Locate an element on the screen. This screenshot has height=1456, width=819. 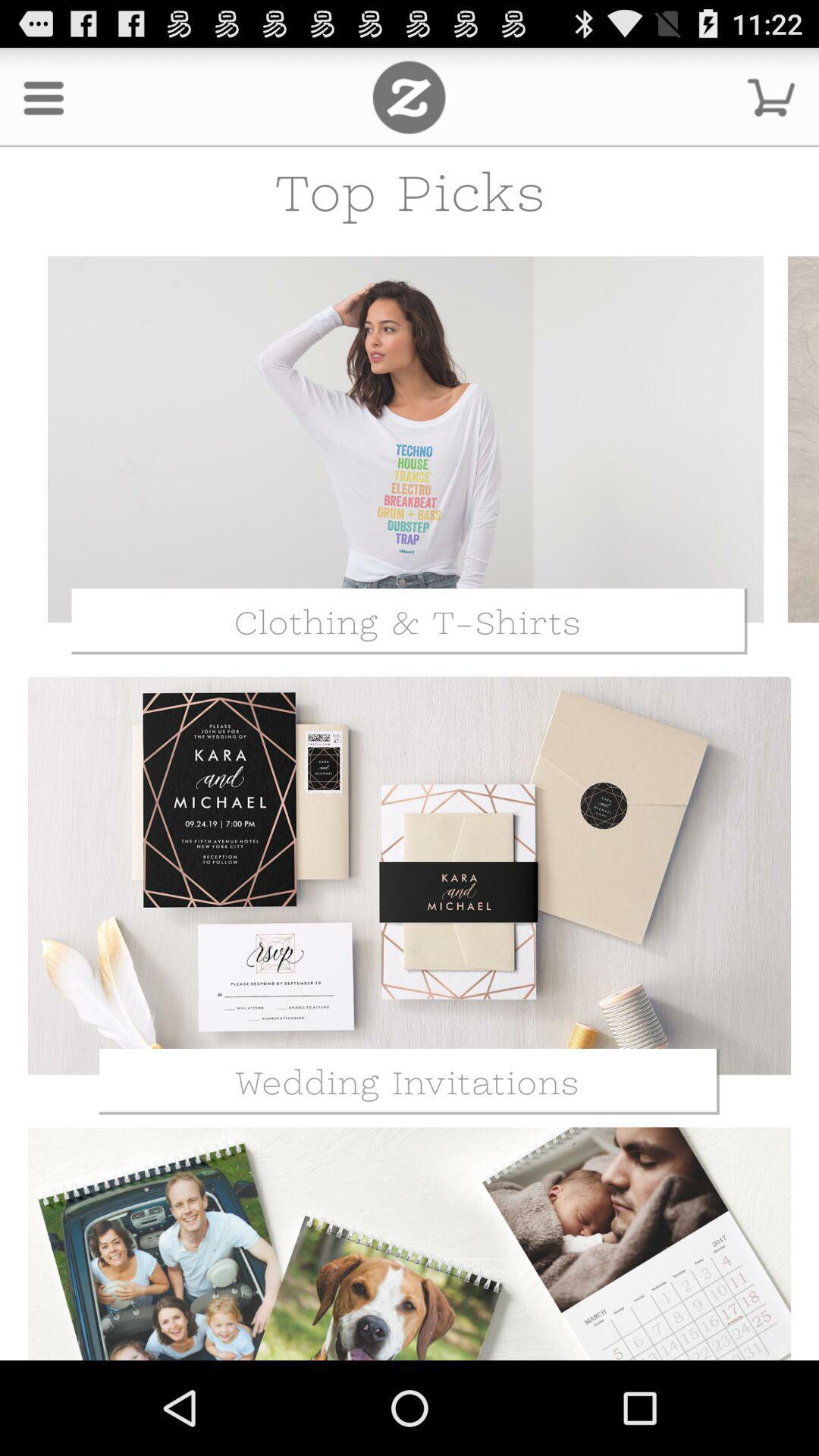
the second image is located at coordinates (409, 895).